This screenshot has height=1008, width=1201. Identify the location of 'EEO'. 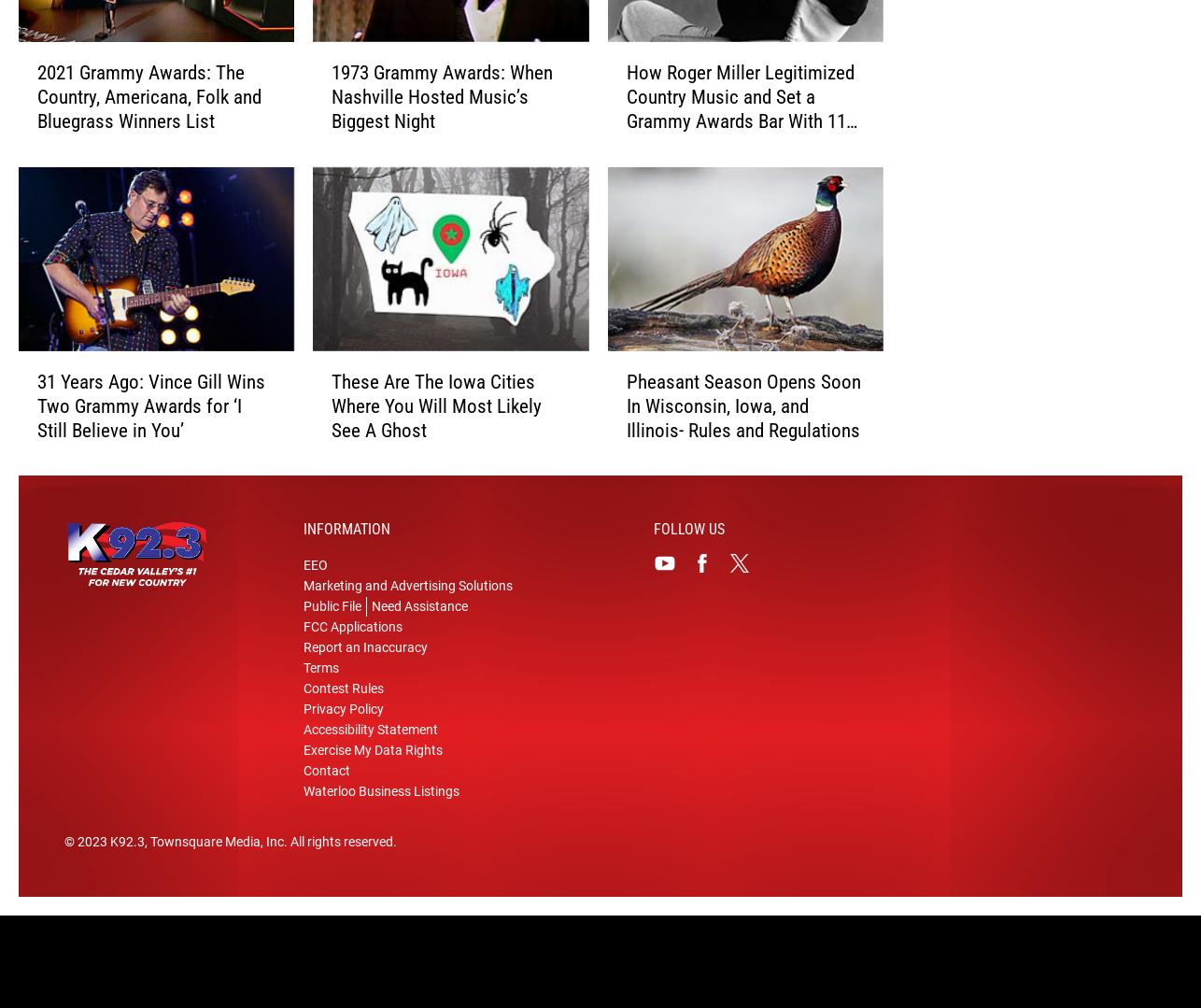
(314, 594).